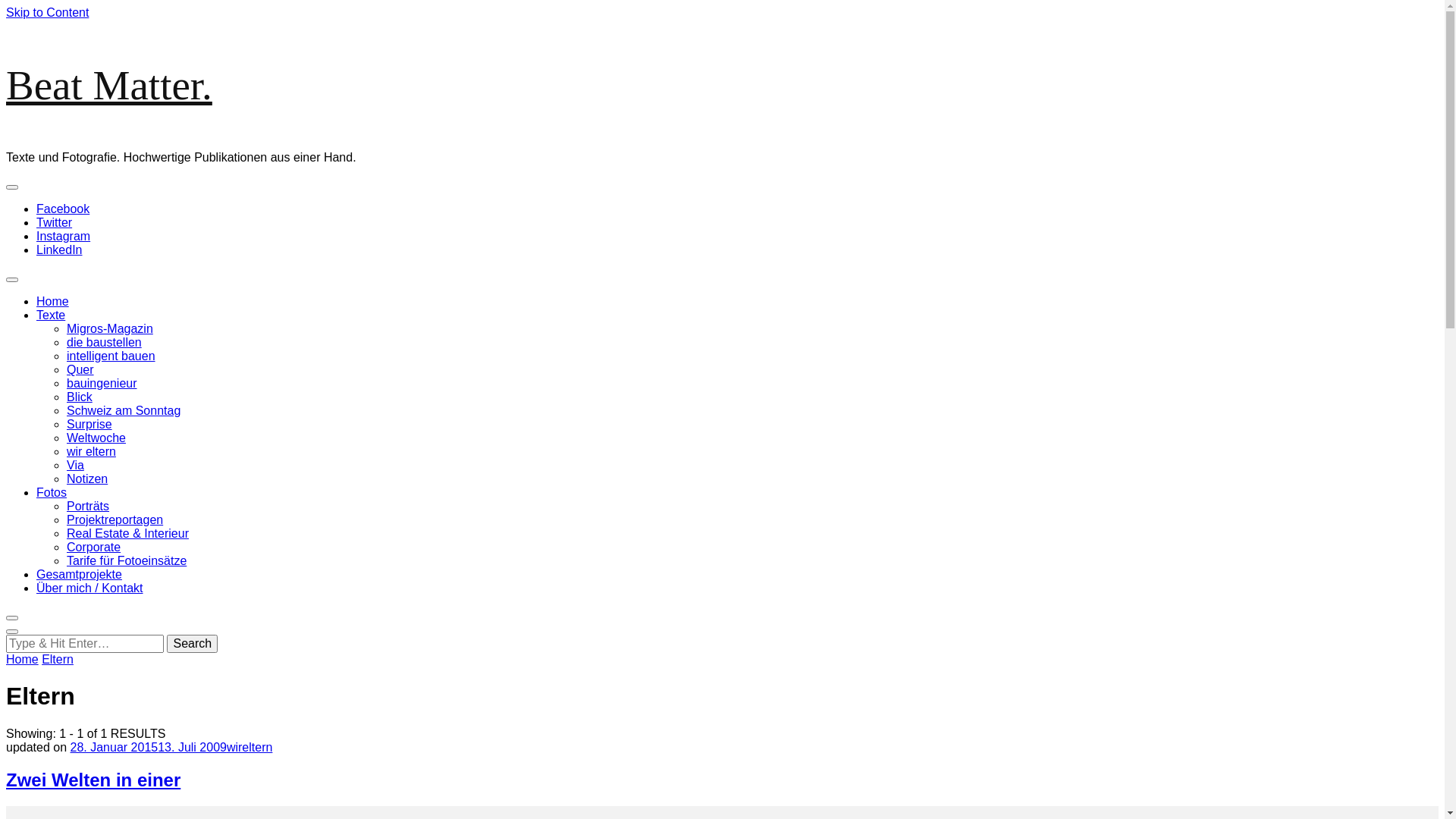 The width and height of the screenshot is (1456, 819). I want to click on 'die baustellen', so click(103, 342).